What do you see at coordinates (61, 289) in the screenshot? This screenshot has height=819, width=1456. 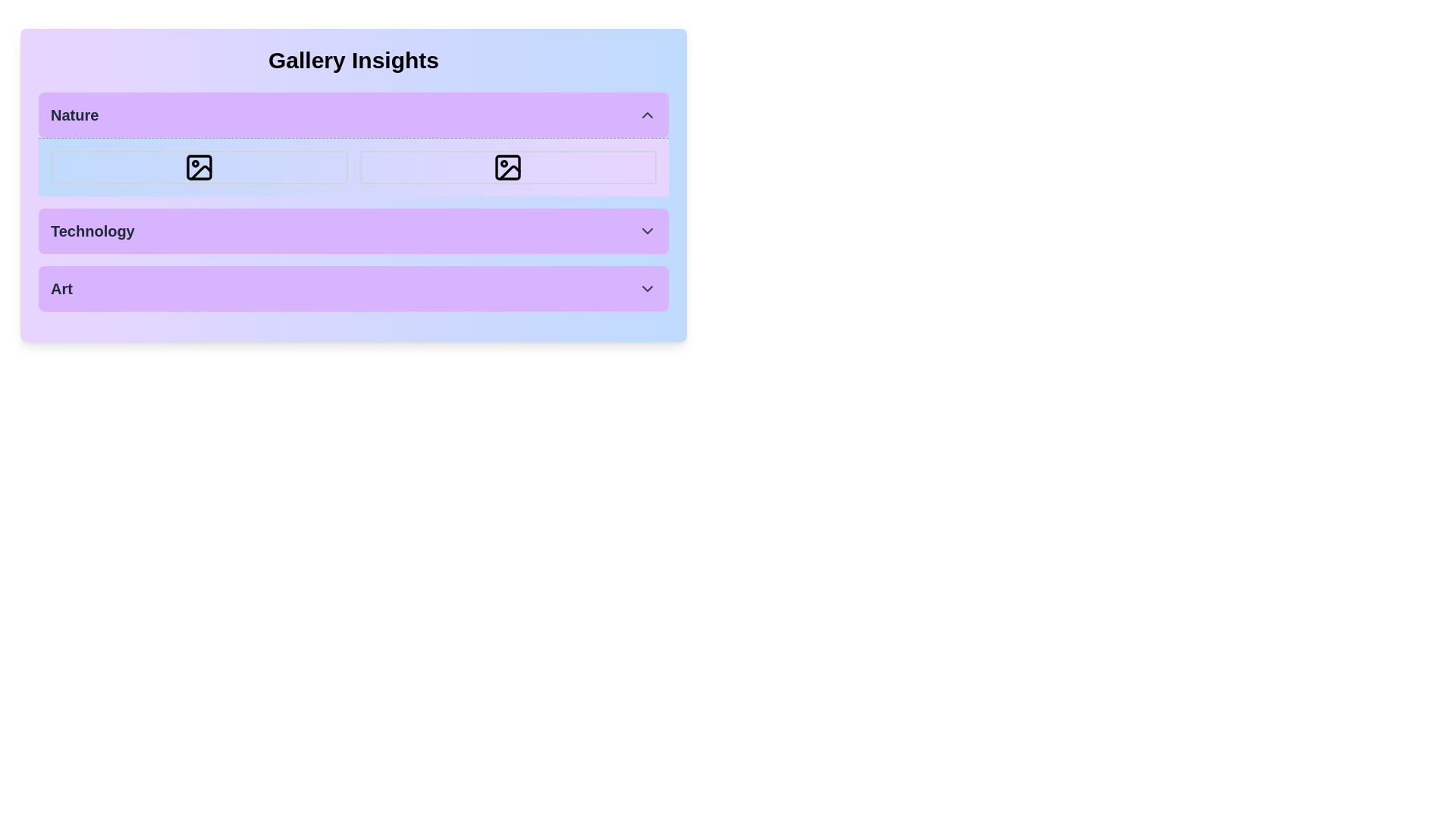 I see `text label that serves as a title for the section, which displays the text 'Art'` at bounding box center [61, 289].